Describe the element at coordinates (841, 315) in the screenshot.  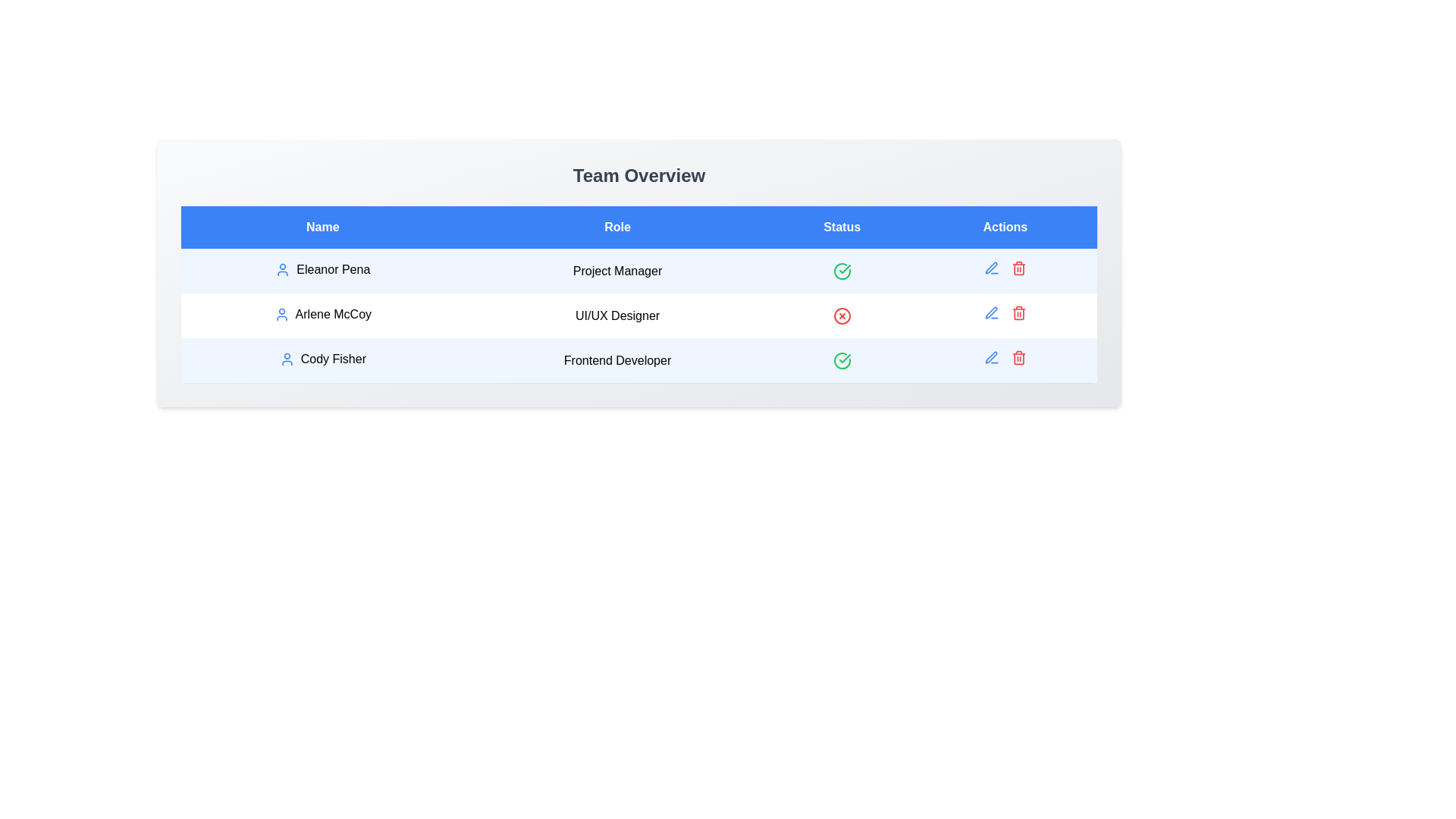
I see `the second graphical icon in the 'Status' column of the table, which indicates a negative or error state for the role 'UI/UX Designer'` at that location.